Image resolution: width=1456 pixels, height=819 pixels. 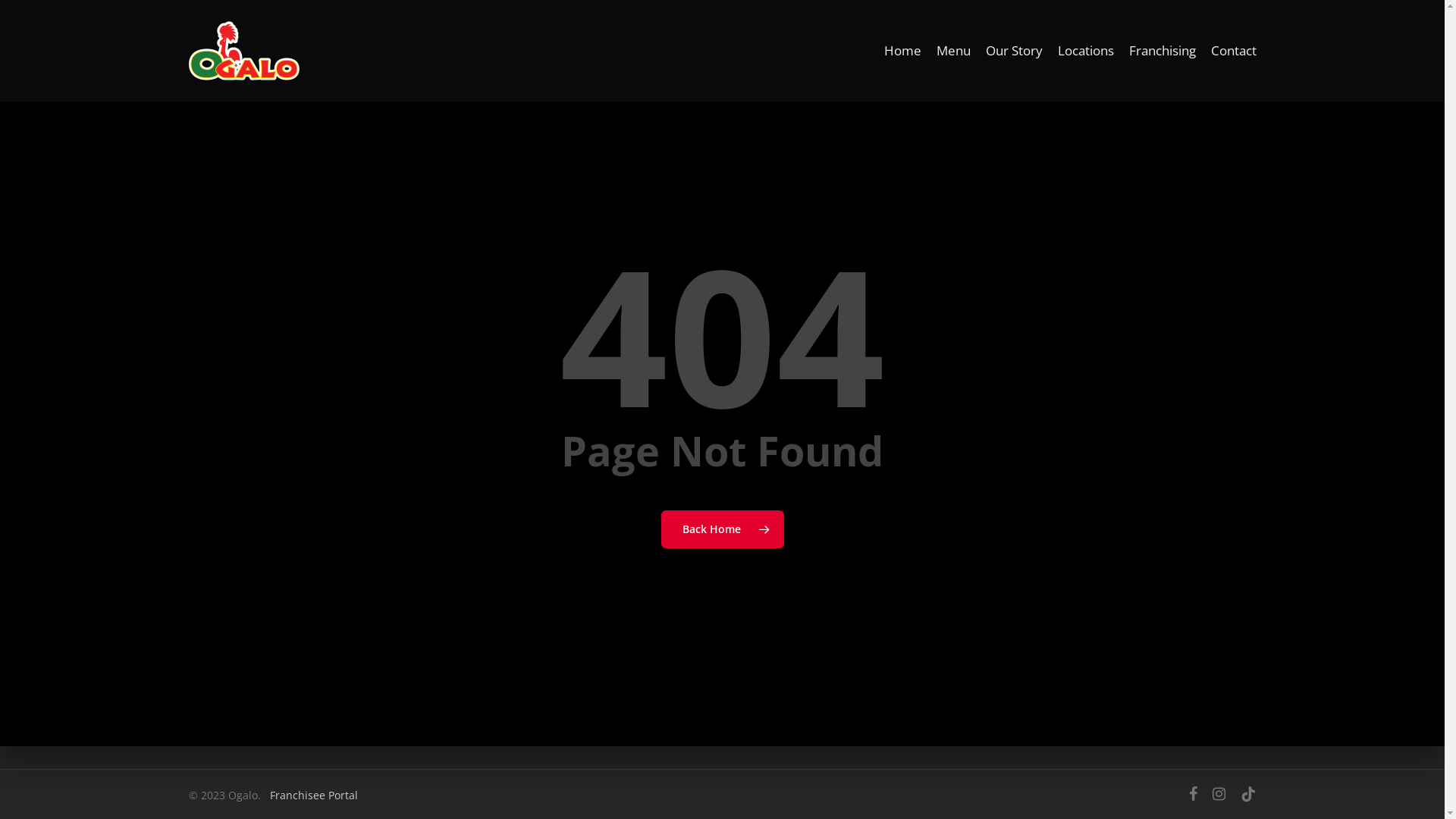 What do you see at coordinates (1233, 49) in the screenshot?
I see `'Contact'` at bounding box center [1233, 49].